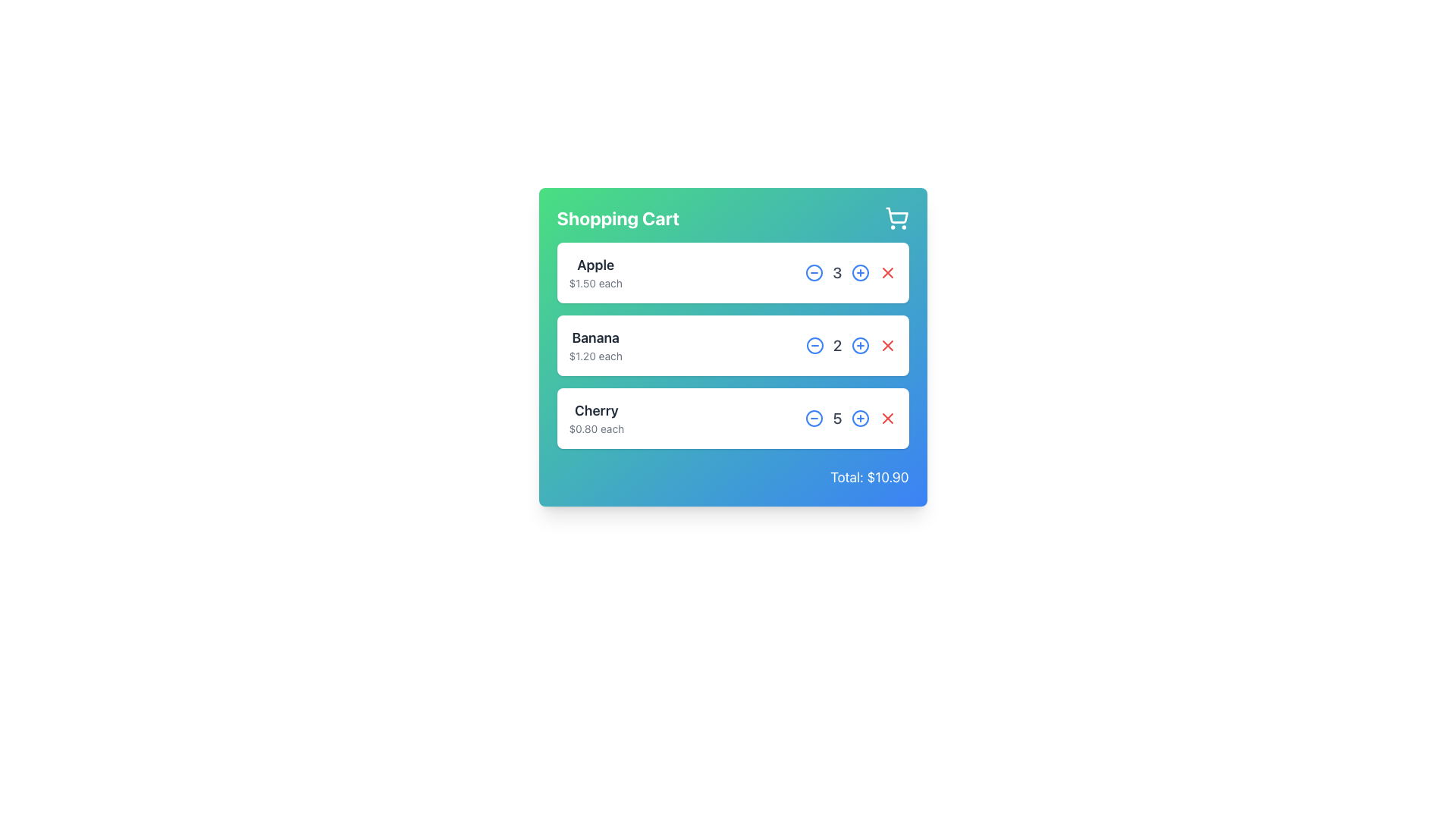  Describe the element at coordinates (595, 429) in the screenshot. I see `the unit price label of the 'Cherry' product, which is located in the shopping cart interface as the third item listed, directly below the item name` at that location.